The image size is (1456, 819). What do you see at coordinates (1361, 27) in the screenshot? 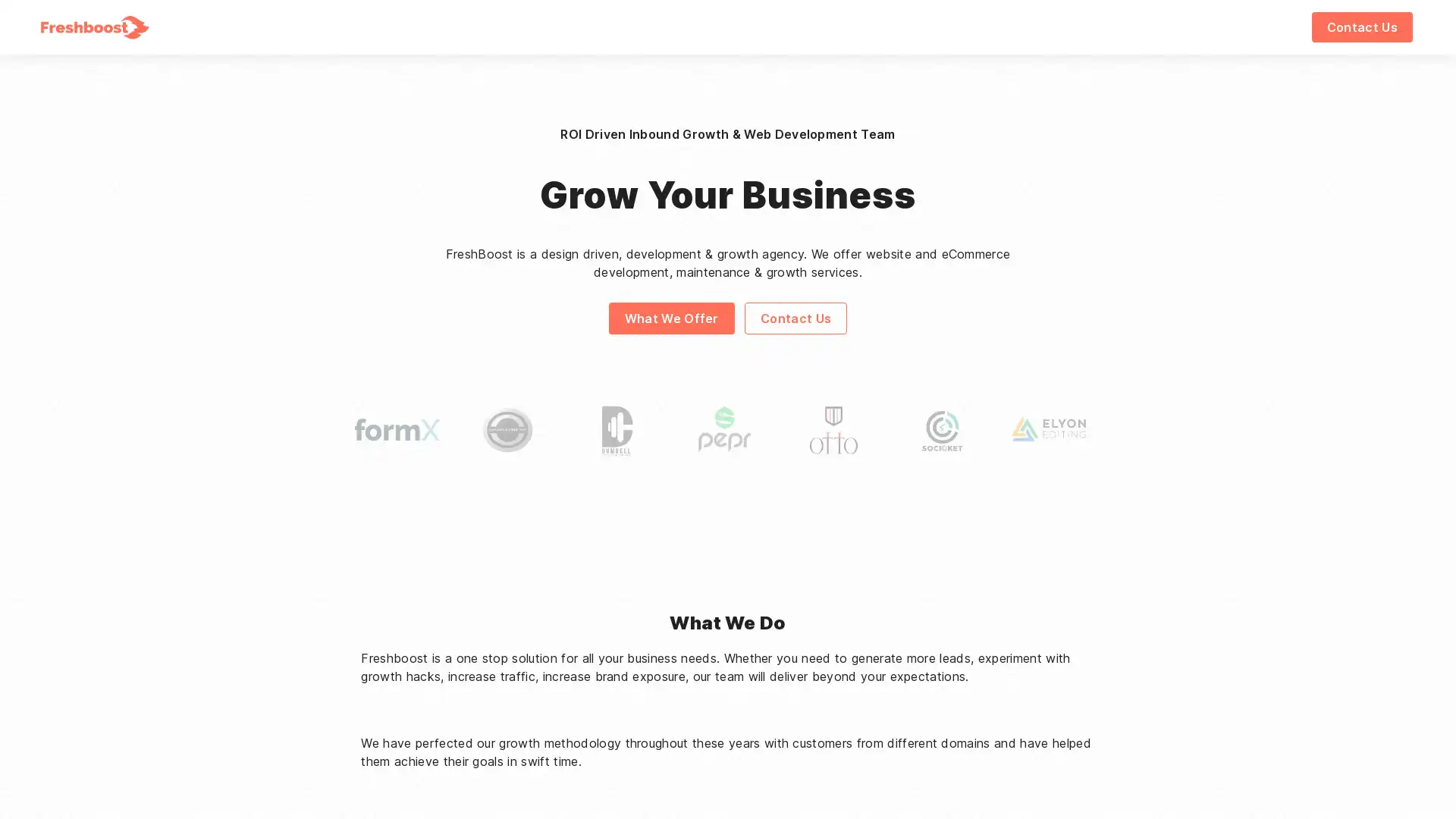
I see `Contact Us` at bounding box center [1361, 27].